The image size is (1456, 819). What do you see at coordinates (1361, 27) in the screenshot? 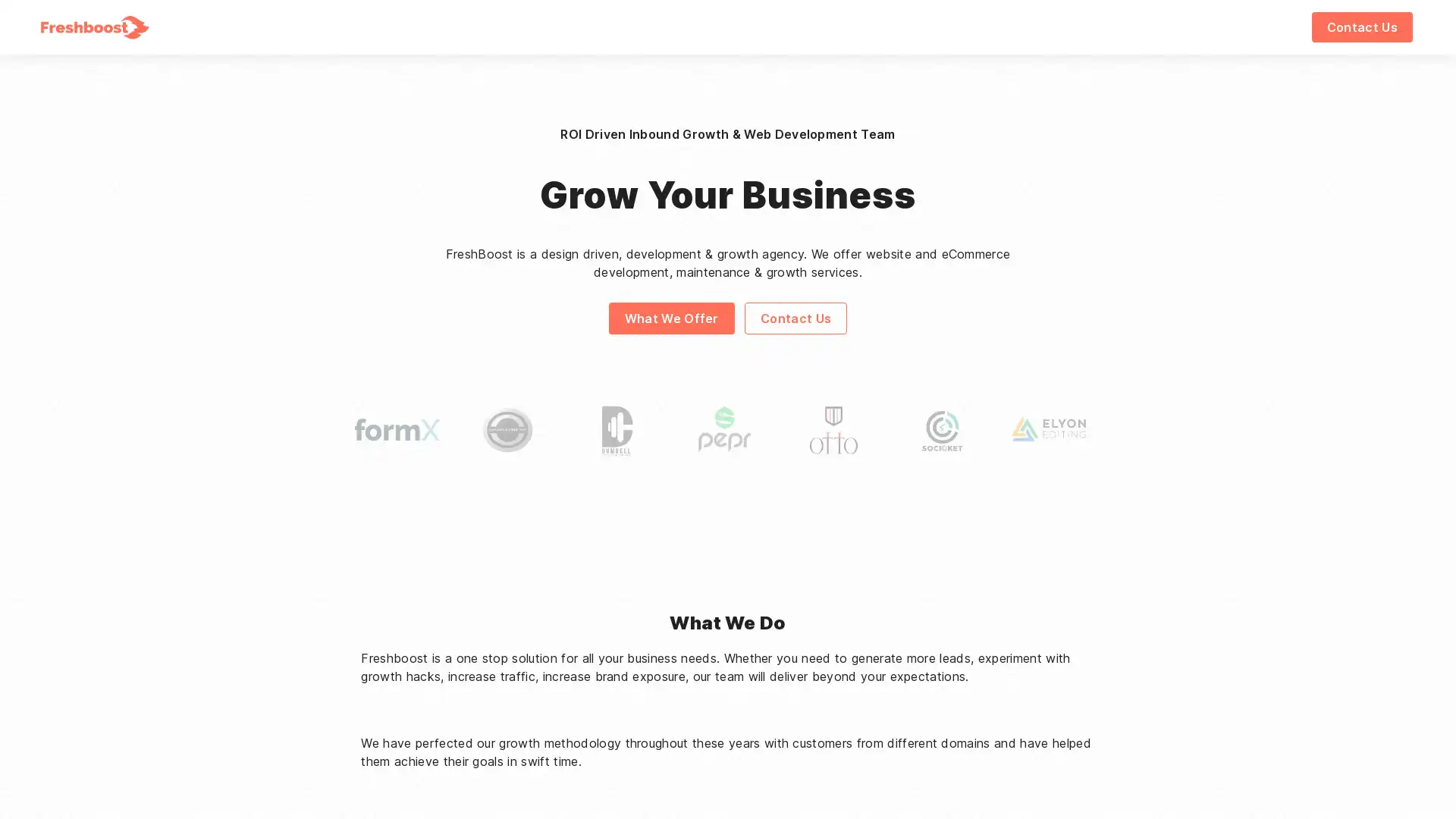
I see `Contact Us` at bounding box center [1361, 27].